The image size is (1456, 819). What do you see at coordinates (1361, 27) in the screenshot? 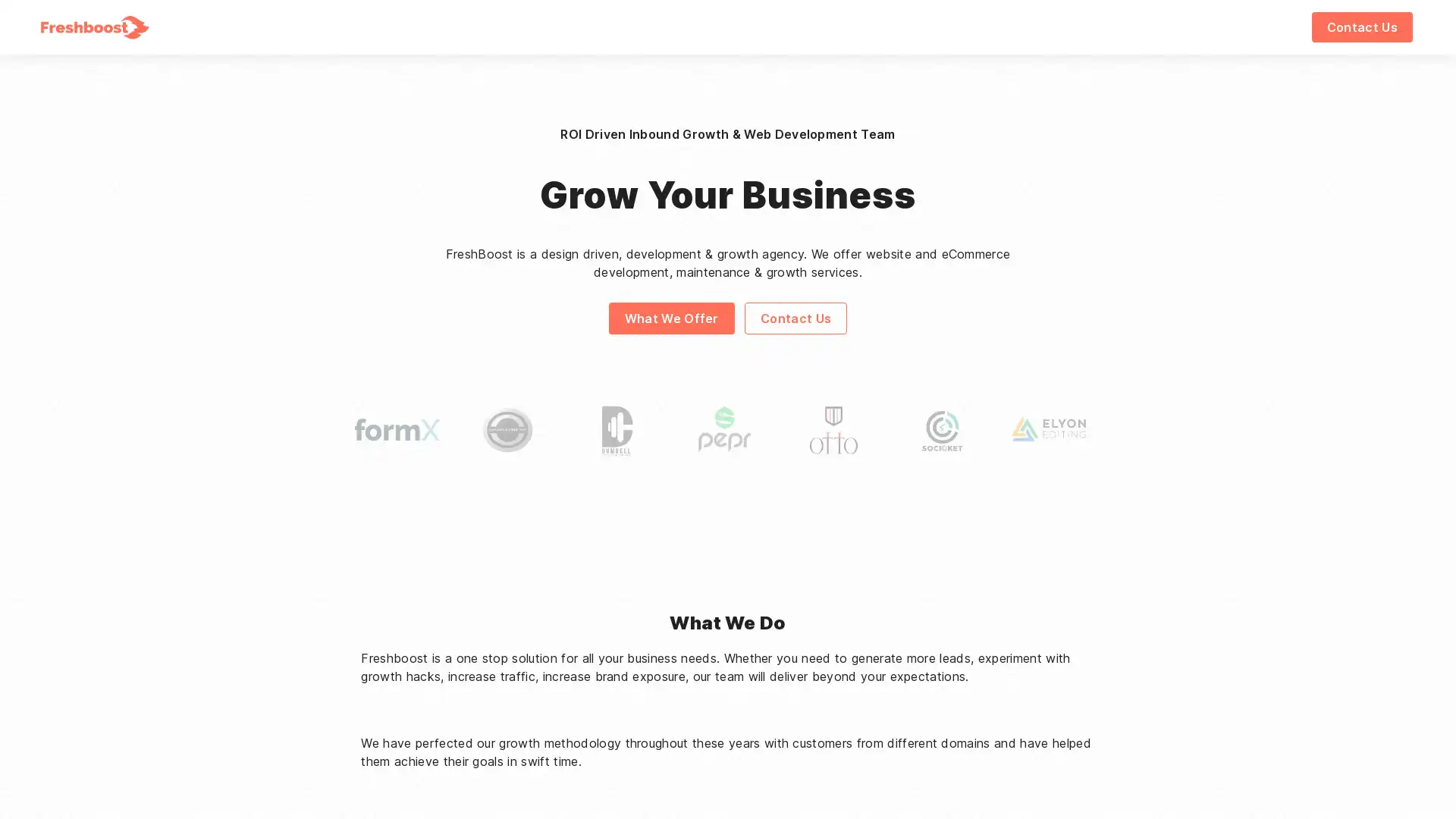
I see `Contact Us` at bounding box center [1361, 27].